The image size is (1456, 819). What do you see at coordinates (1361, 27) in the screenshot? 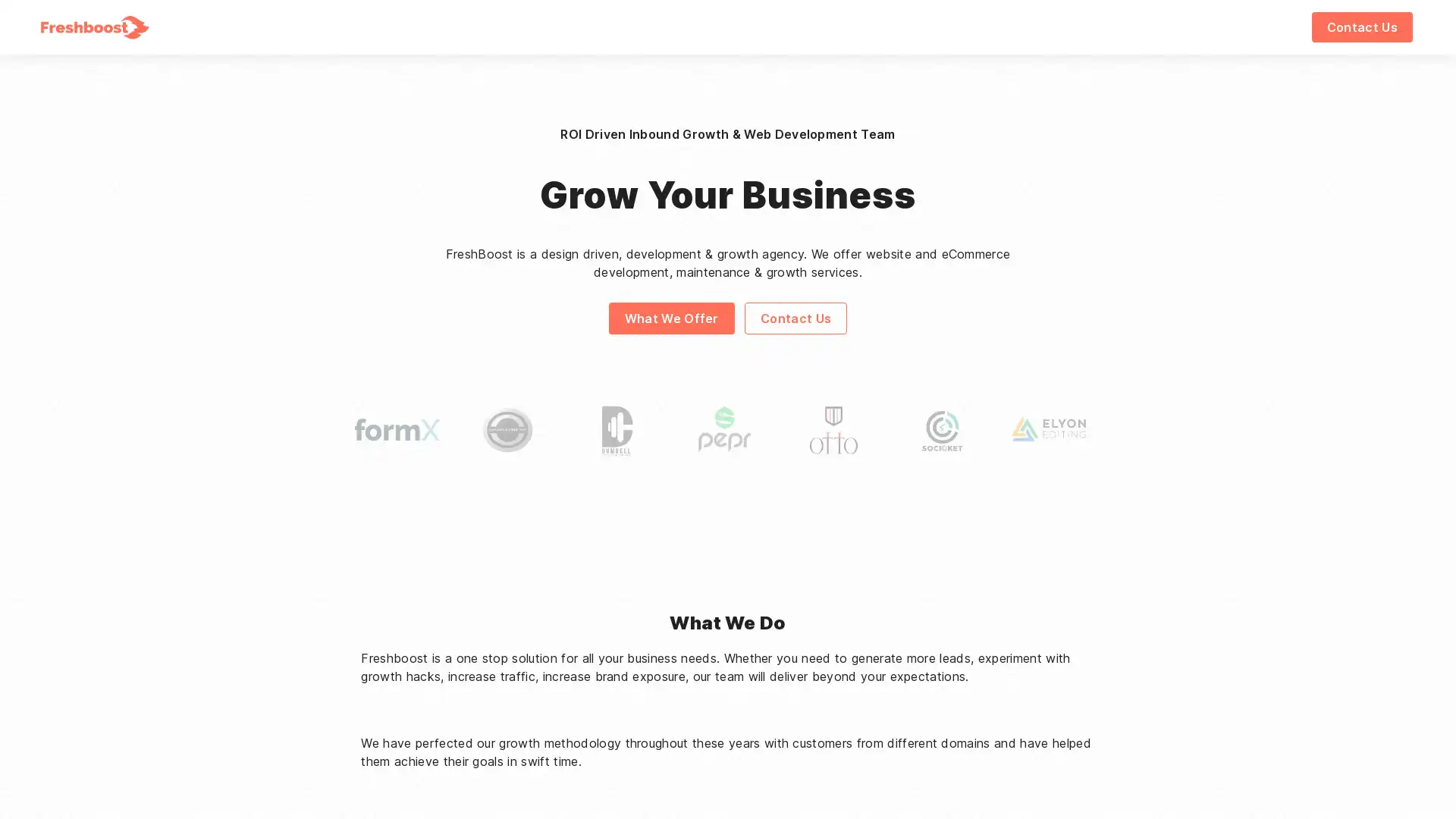
I see `Contact Us` at bounding box center [1361, 27].